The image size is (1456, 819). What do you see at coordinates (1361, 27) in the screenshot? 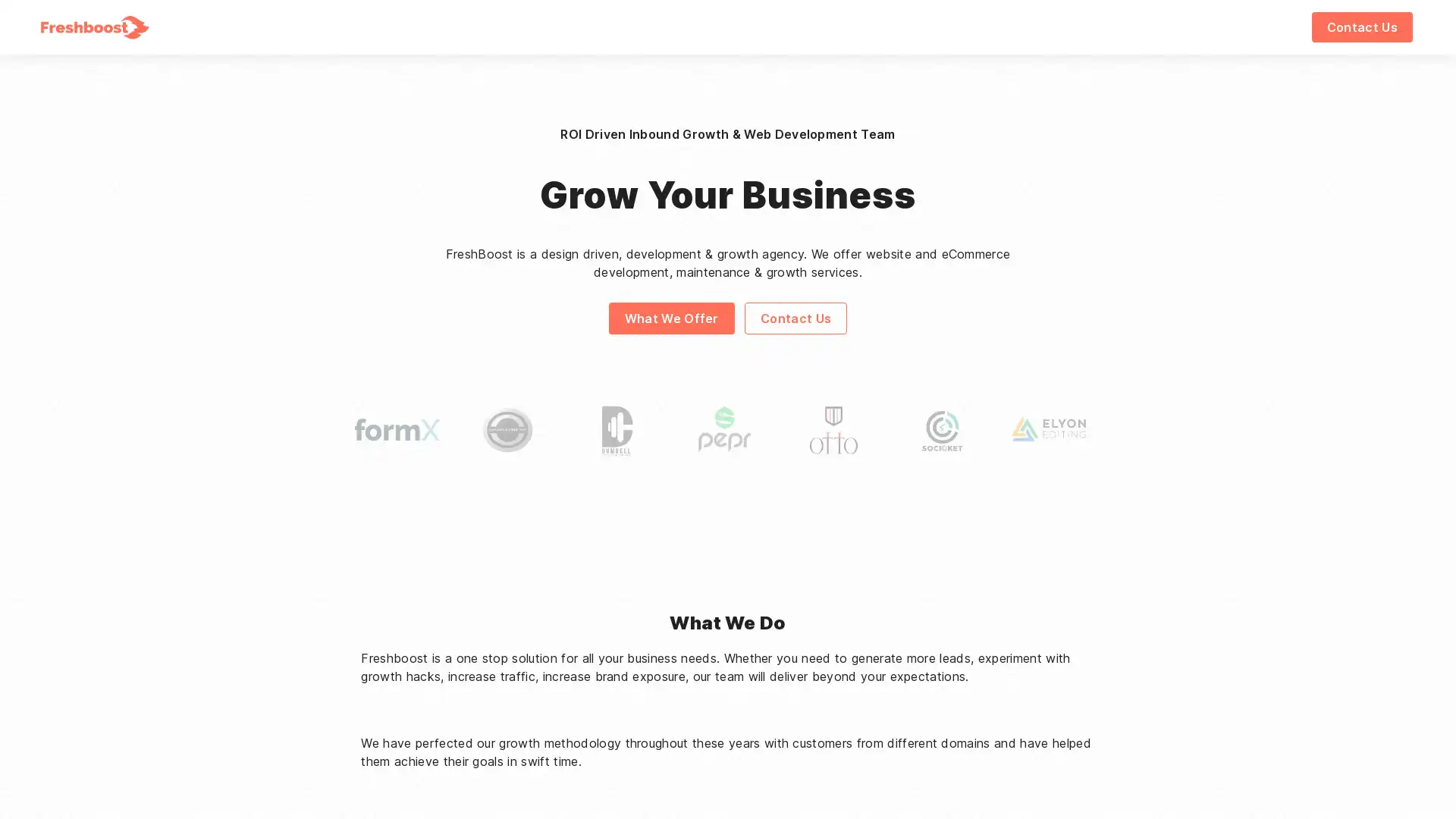
I see `Contact Us` at bounding box center [1361, 27].